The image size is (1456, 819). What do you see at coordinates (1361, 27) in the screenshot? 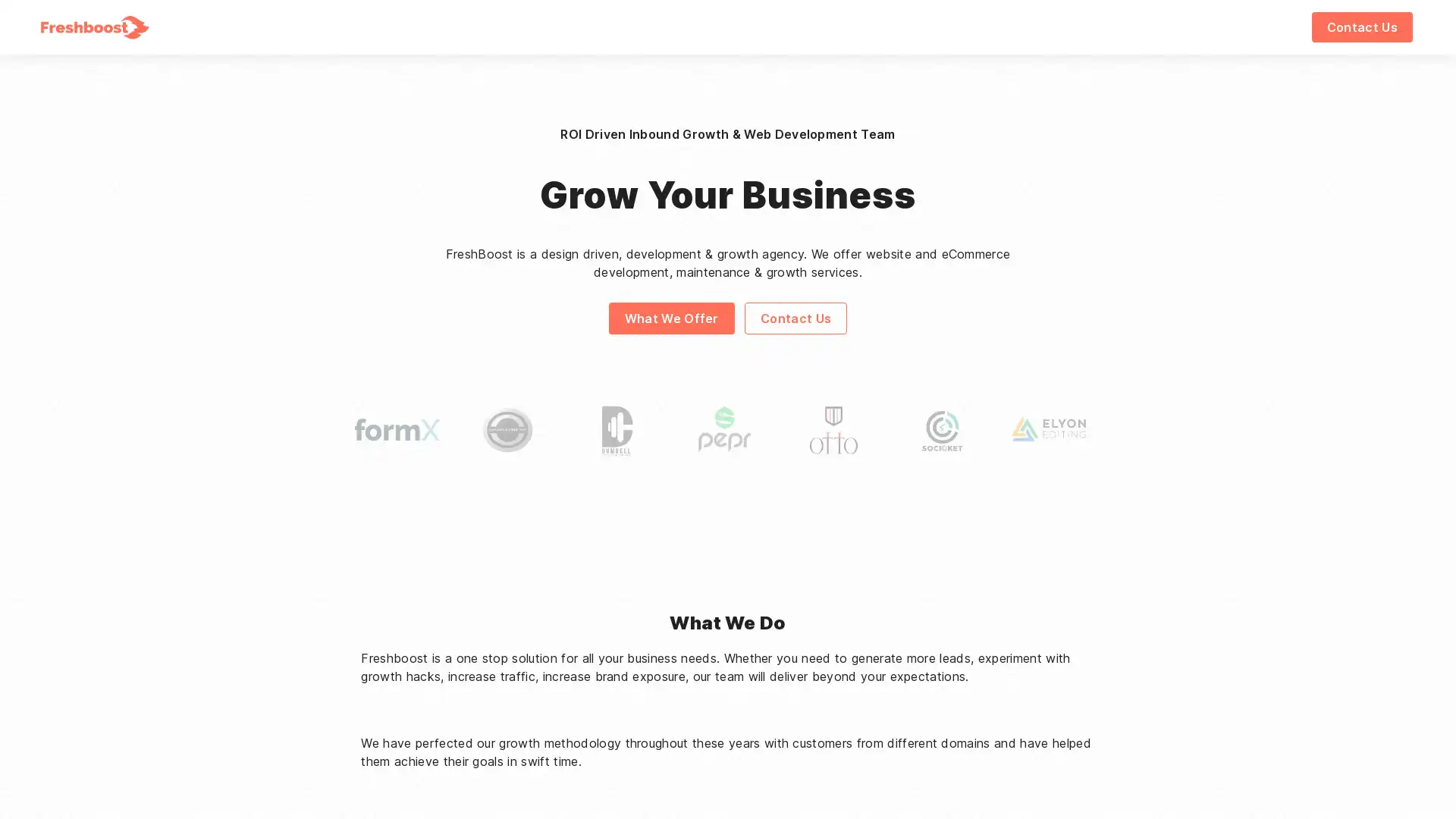
I see `Contact Us` at bounding box center [1361, 27].